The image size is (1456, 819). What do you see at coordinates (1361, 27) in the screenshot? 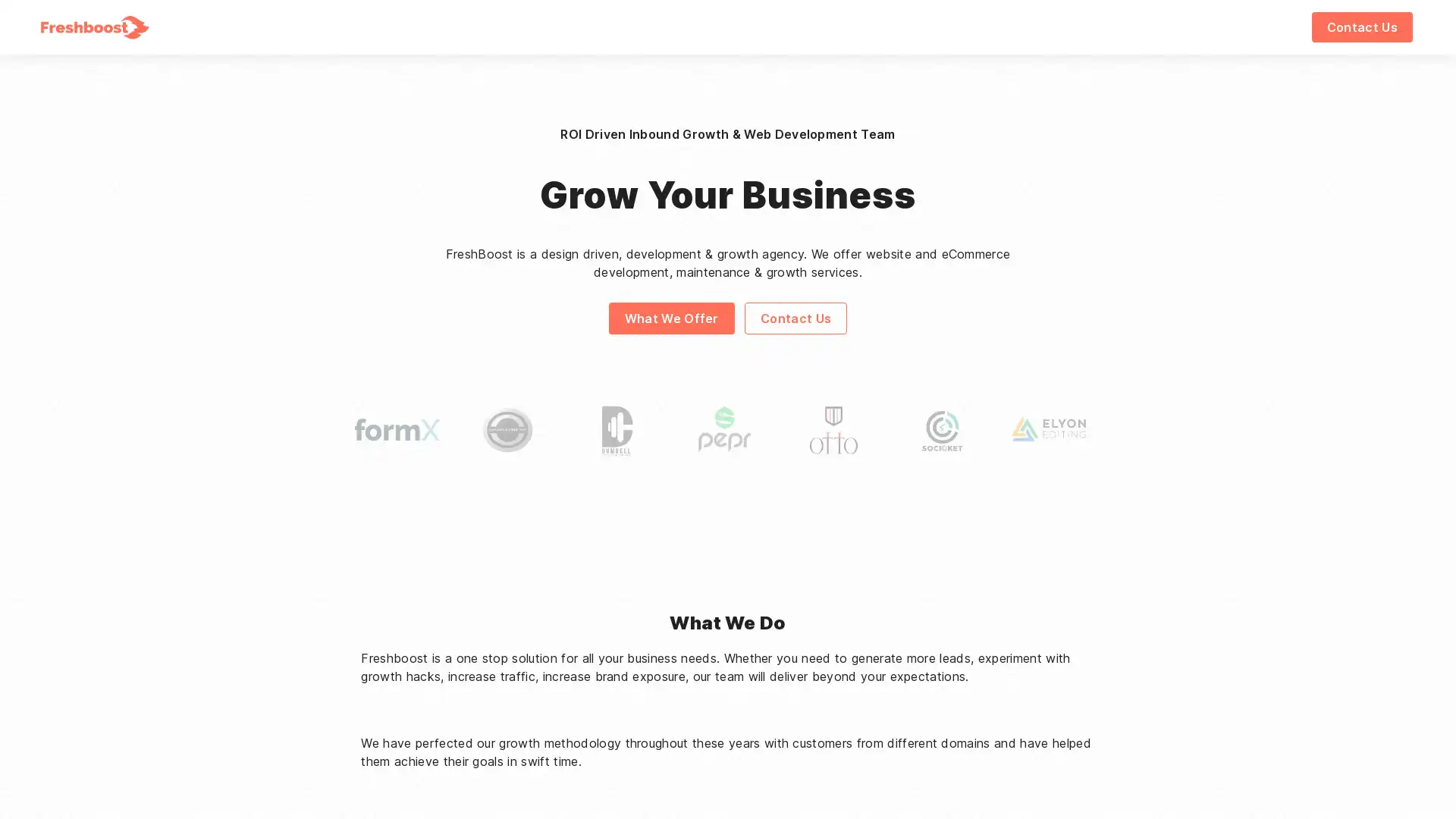
I see `Contact Us` at bounding box center [1361, 27].